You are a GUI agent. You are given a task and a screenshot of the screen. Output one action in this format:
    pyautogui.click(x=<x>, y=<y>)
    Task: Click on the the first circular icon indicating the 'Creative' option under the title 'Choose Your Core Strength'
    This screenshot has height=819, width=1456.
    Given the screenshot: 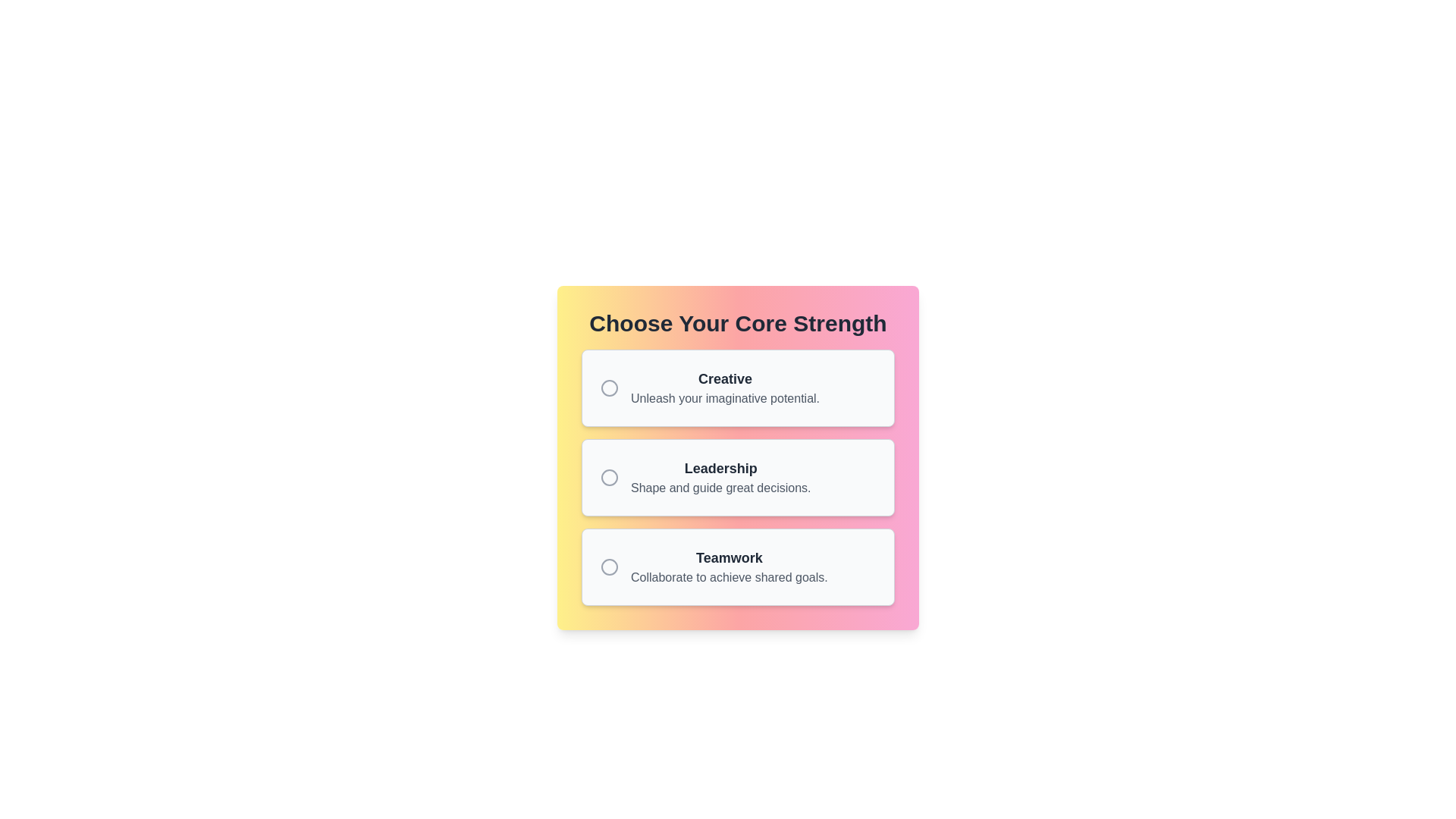 What is the action you would take?
    pyautogui.click(x=610, y=388)
    